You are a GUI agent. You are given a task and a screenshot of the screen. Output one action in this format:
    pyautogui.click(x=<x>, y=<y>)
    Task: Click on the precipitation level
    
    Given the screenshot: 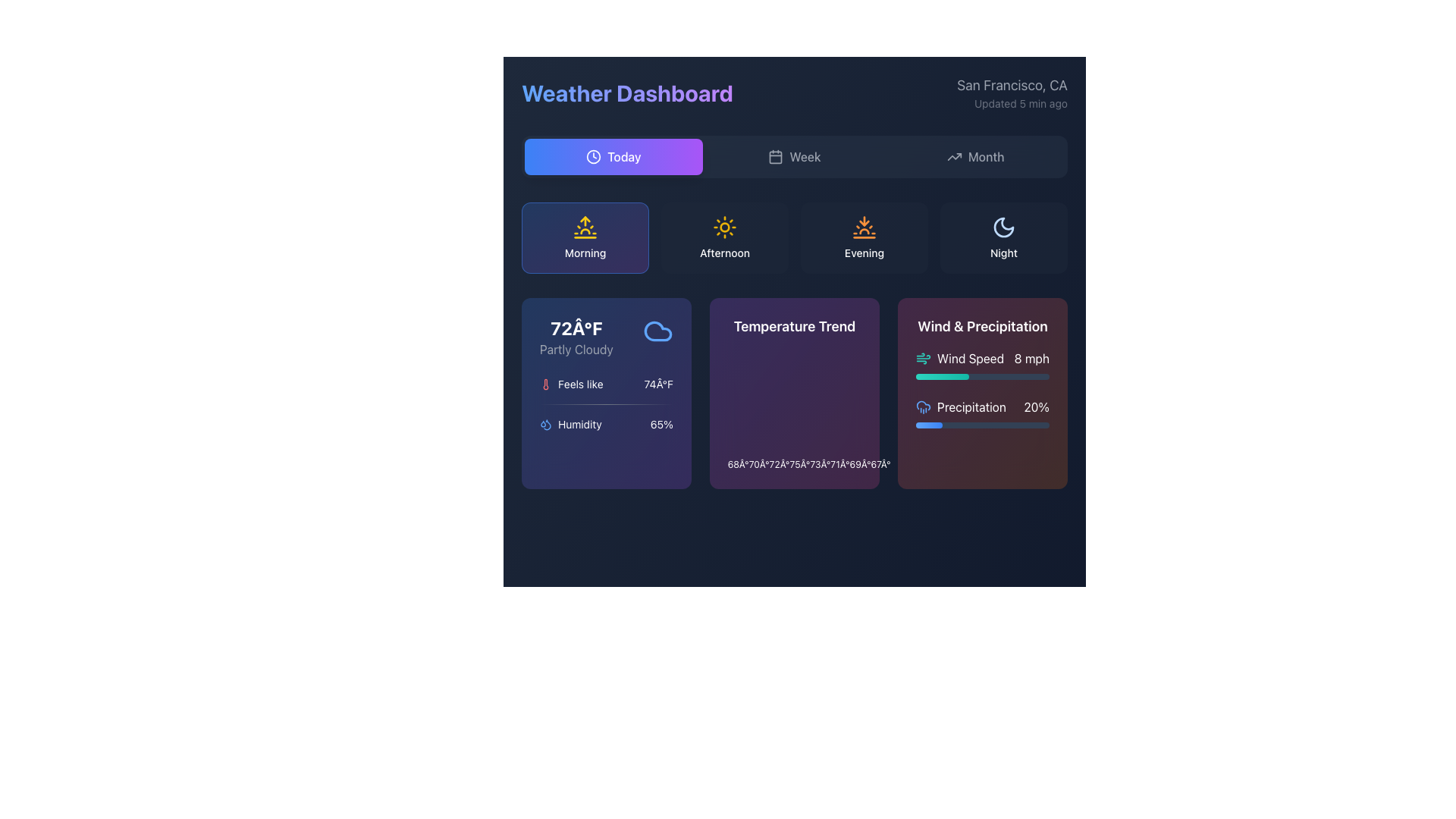 What is the action you would take?
    pyautogui.click(x=926, y=376)
    